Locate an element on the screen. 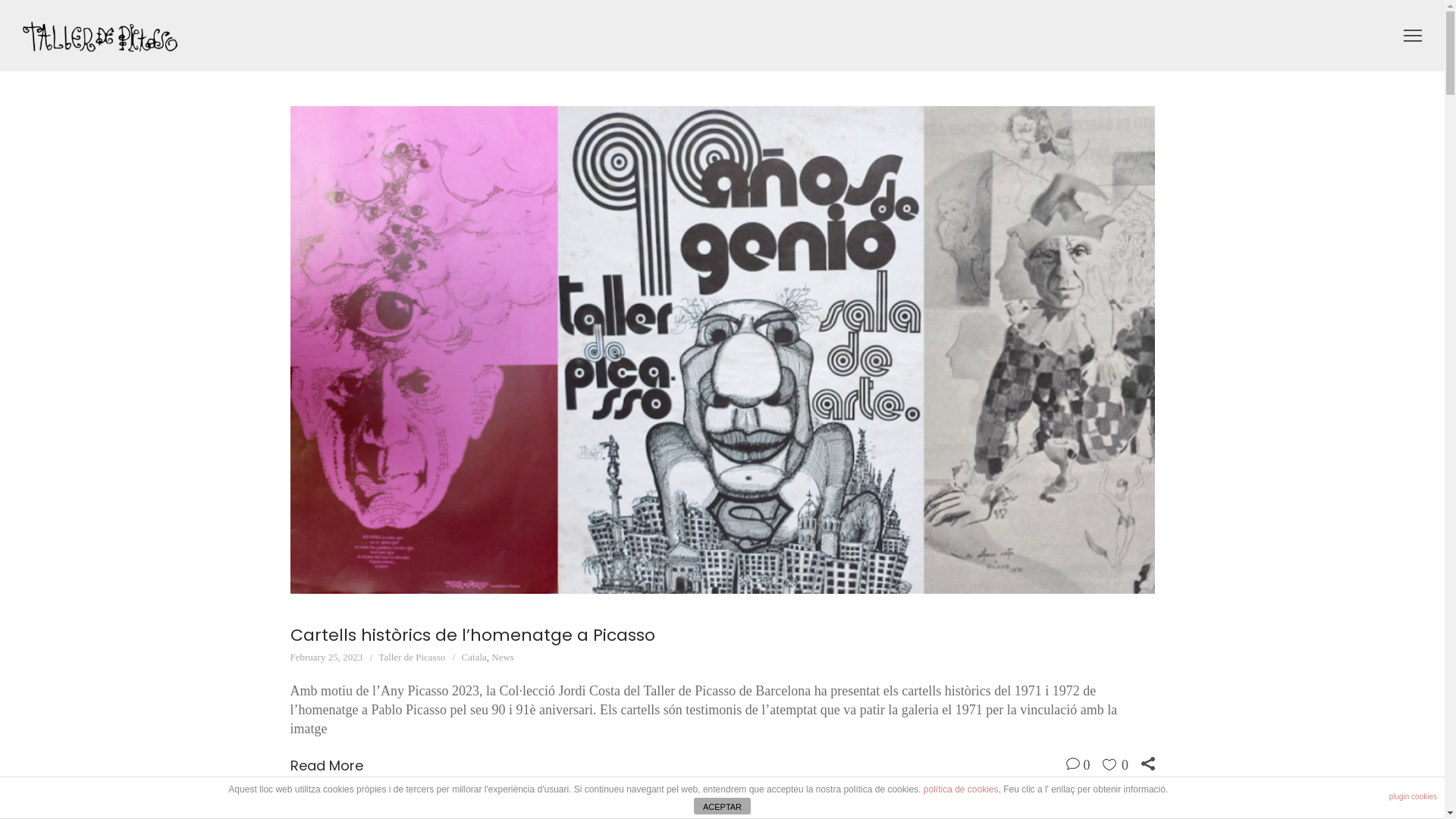  'Read More' is located at coordinates (325, 765).